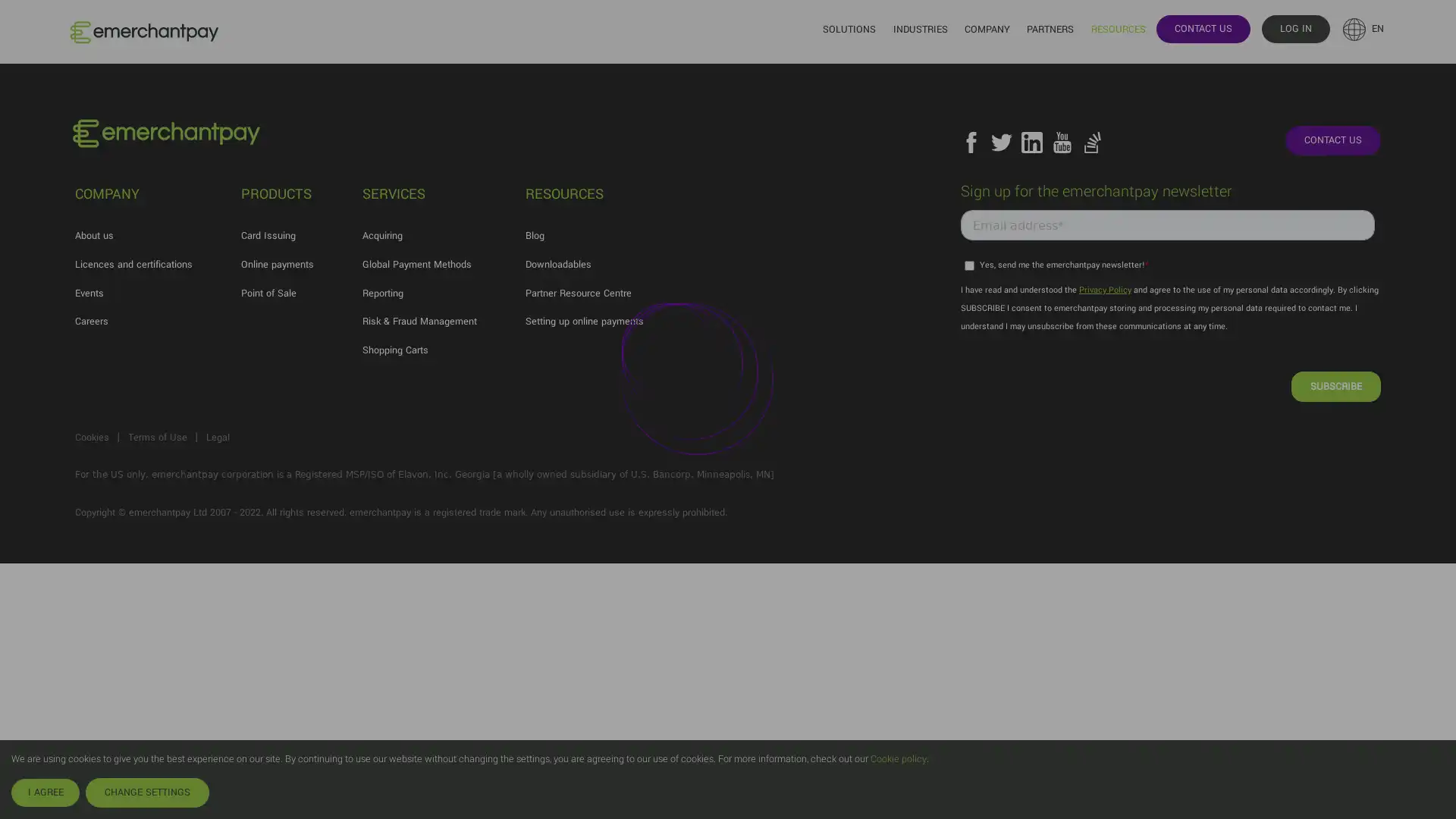 Image resolution: width=1456 pixels, height=819 pixels. What do you see at coordinates (1294, 28) in the screenshot?
I see `LOG IN` at bounding box center [1294, 28].